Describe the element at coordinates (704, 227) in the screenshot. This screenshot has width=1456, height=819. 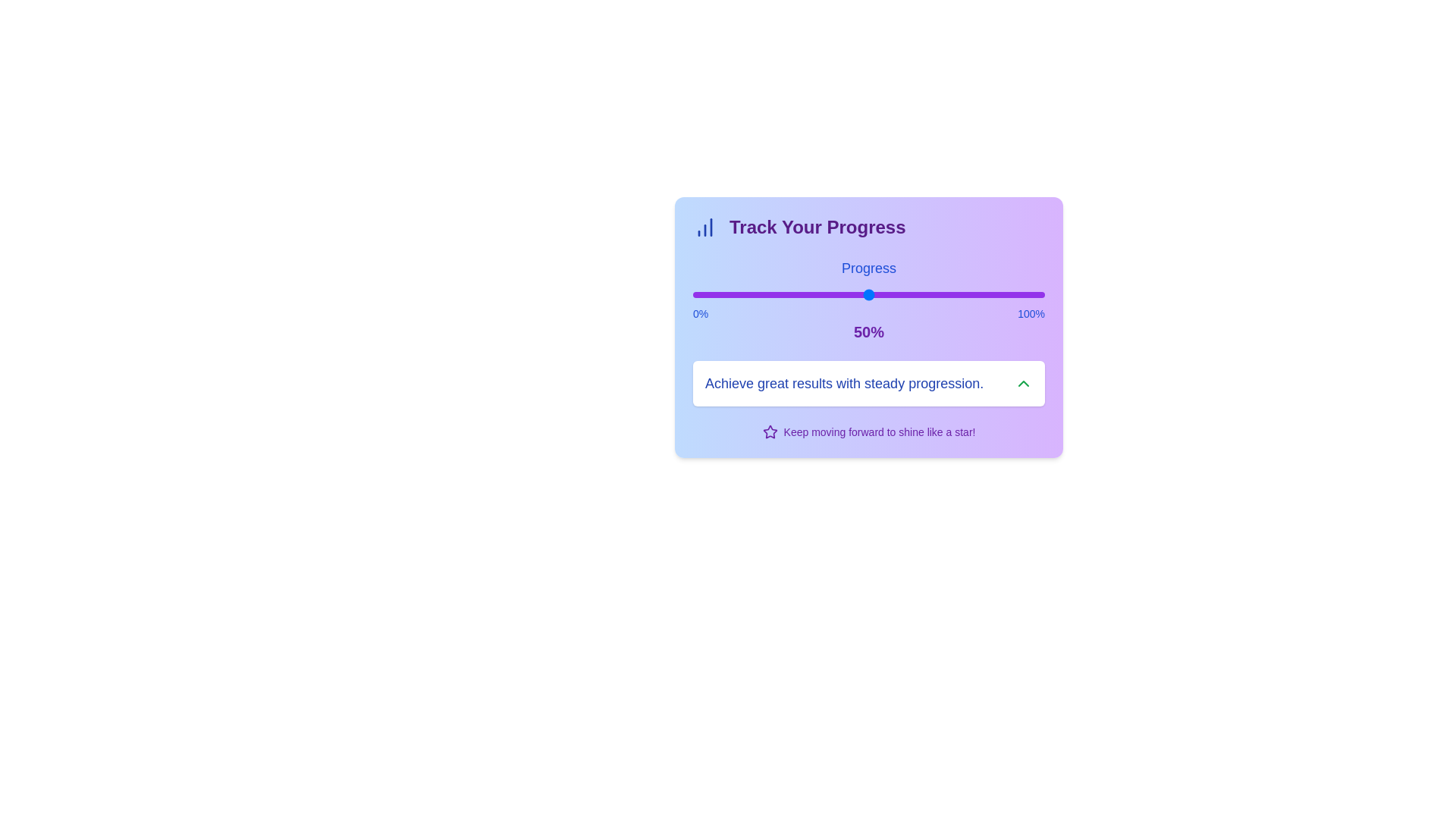
I see `the progress tracking icon located to the left of the 'Track Your Progress' title in the top section of the interface` at that location.